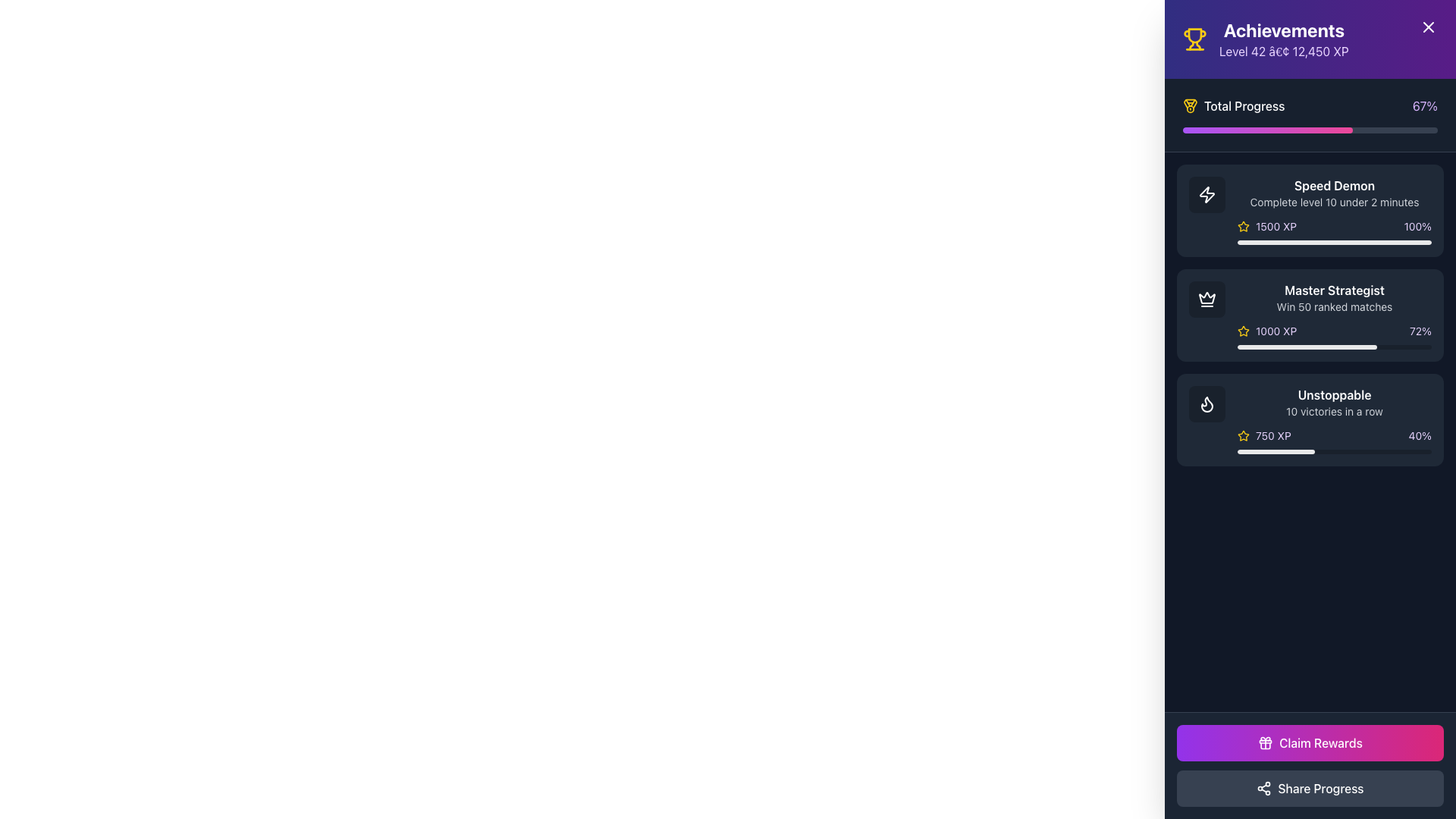 The width and height of the screenshot is (1456, 819). I want to click on Progress Bar element representing the user's progress towards the 'Master Strategist' achievement, located in the Achievements panel, by checking its properties, so click(1307, 347).